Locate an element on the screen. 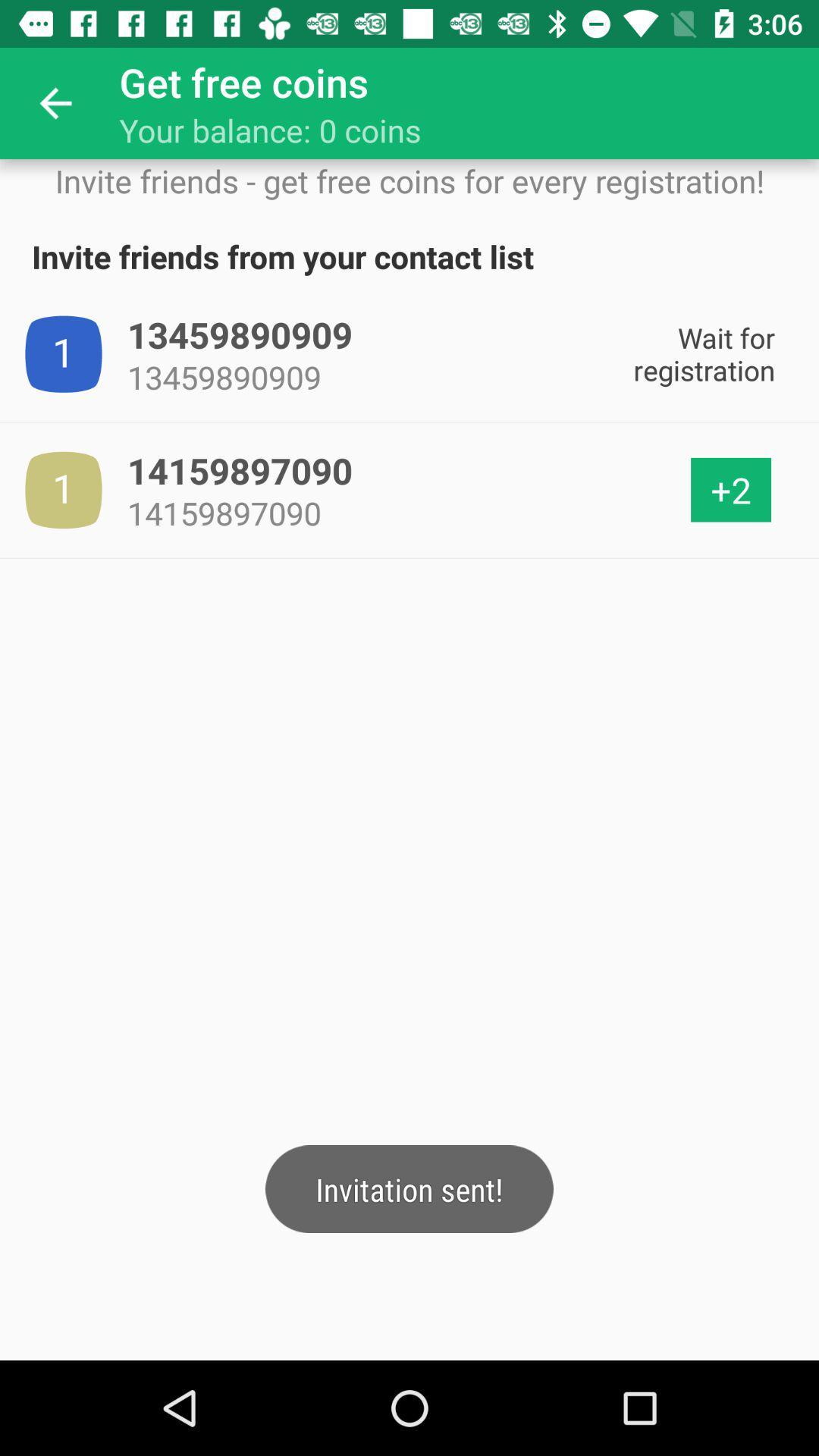 Image resolution: width=819 pixels, height=1456 pixels. the 2 button is located at coordinates (730, 490).